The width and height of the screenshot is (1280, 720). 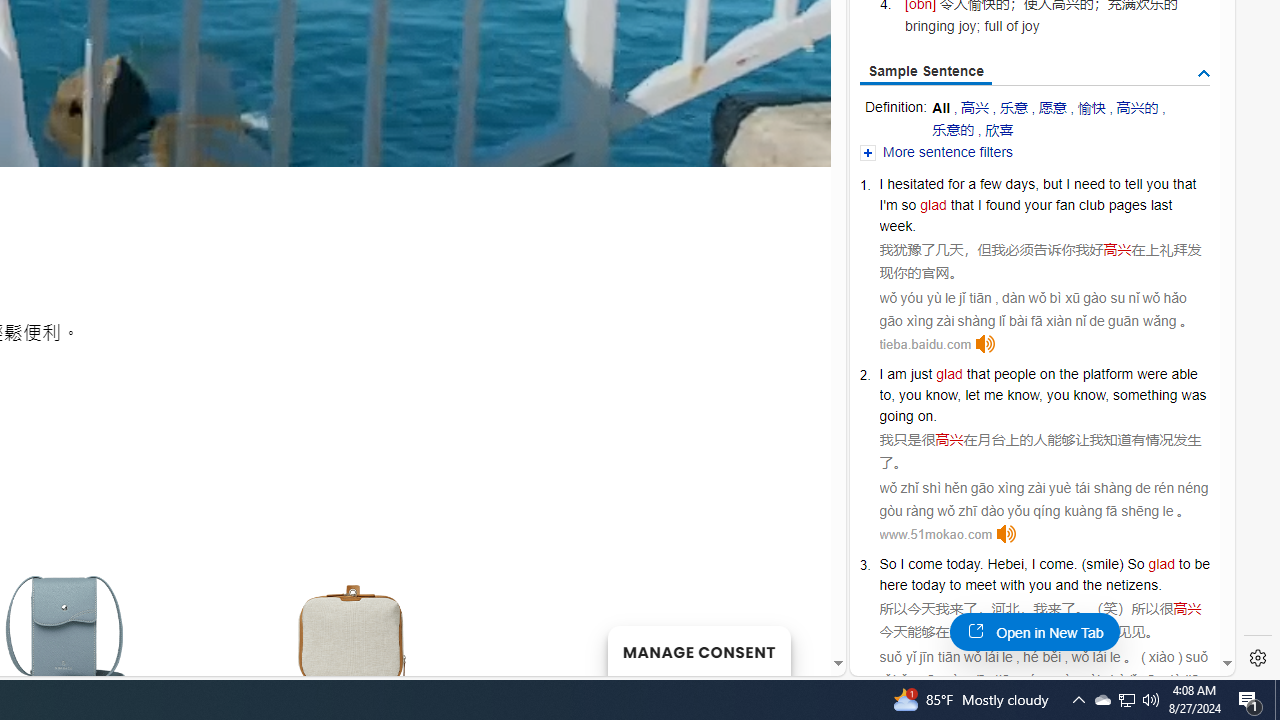 I want to click on 'was', so click(x=1194, y=395).